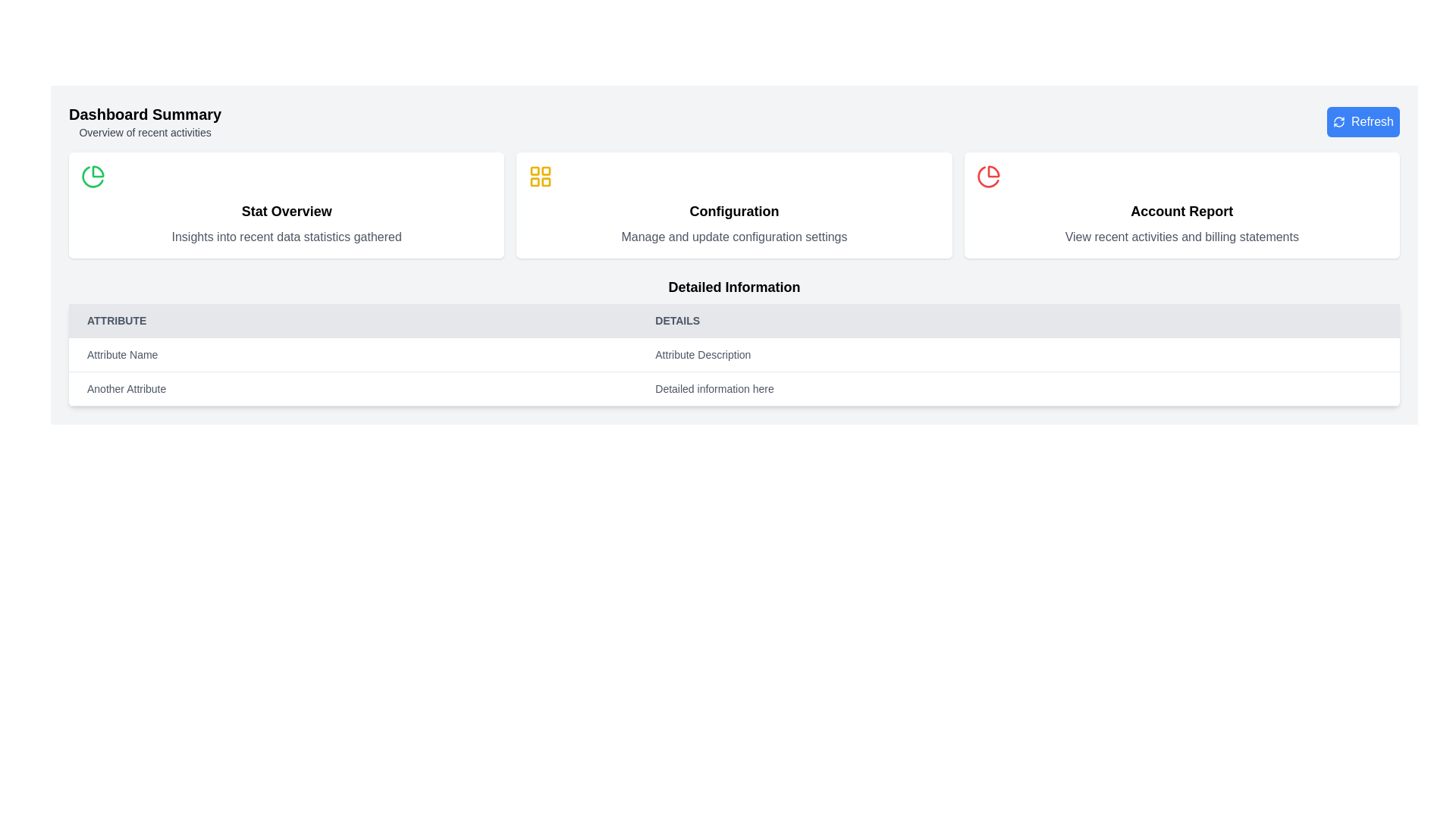 This screenshot has width=1456, height=819. Describe the element at coordinates (734, 355) in the screenshot. I see `the first row in the 'Detailed Information' table under the 'Details' column, which presents an attribute with 'Another Attribute' below it` at that location.